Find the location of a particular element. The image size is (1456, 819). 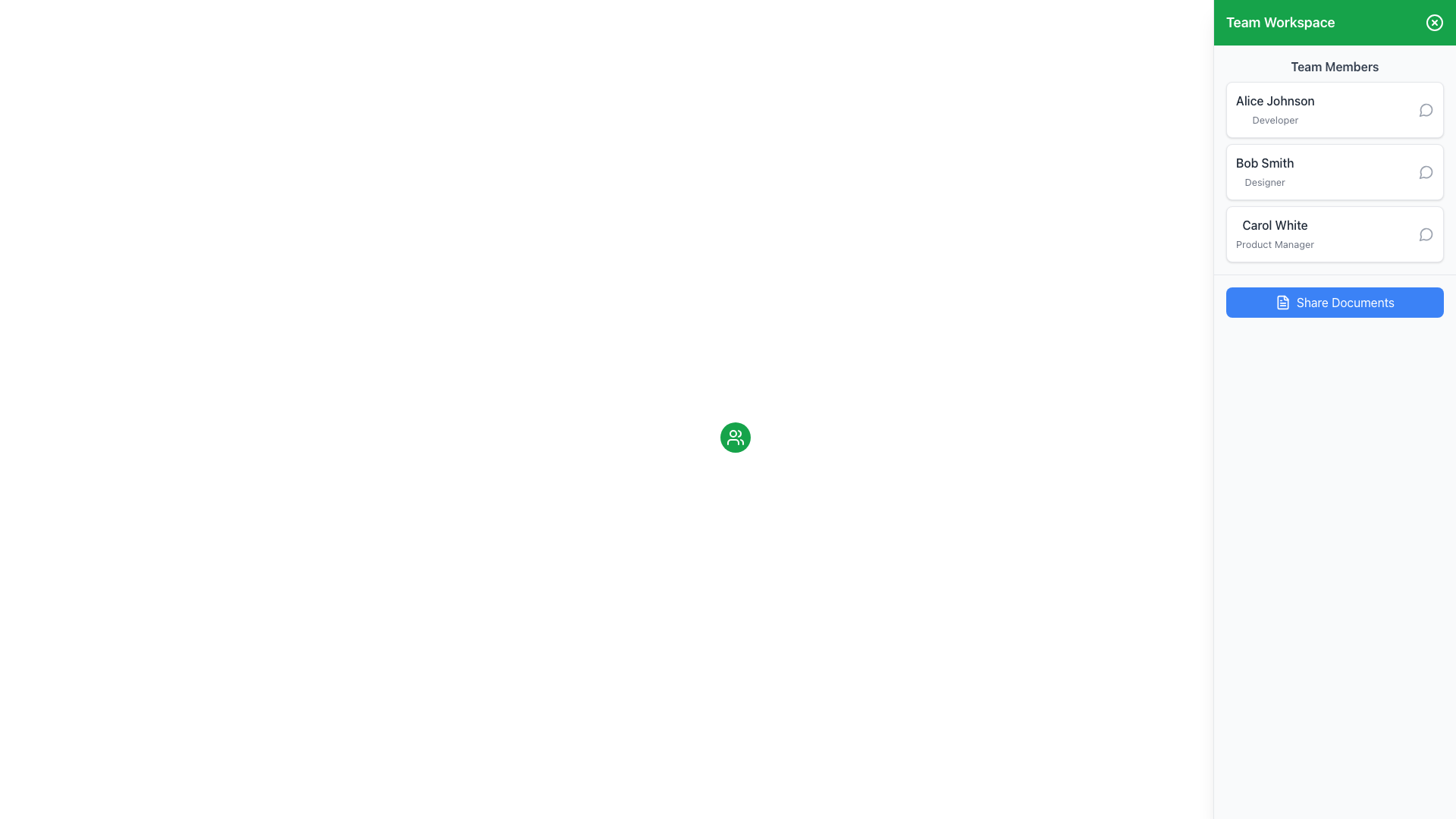

the static text label displaying 'Alice Johnson' in the 'Team Members' section located in the top-right sidebar is located at coordinates (1274, 100).